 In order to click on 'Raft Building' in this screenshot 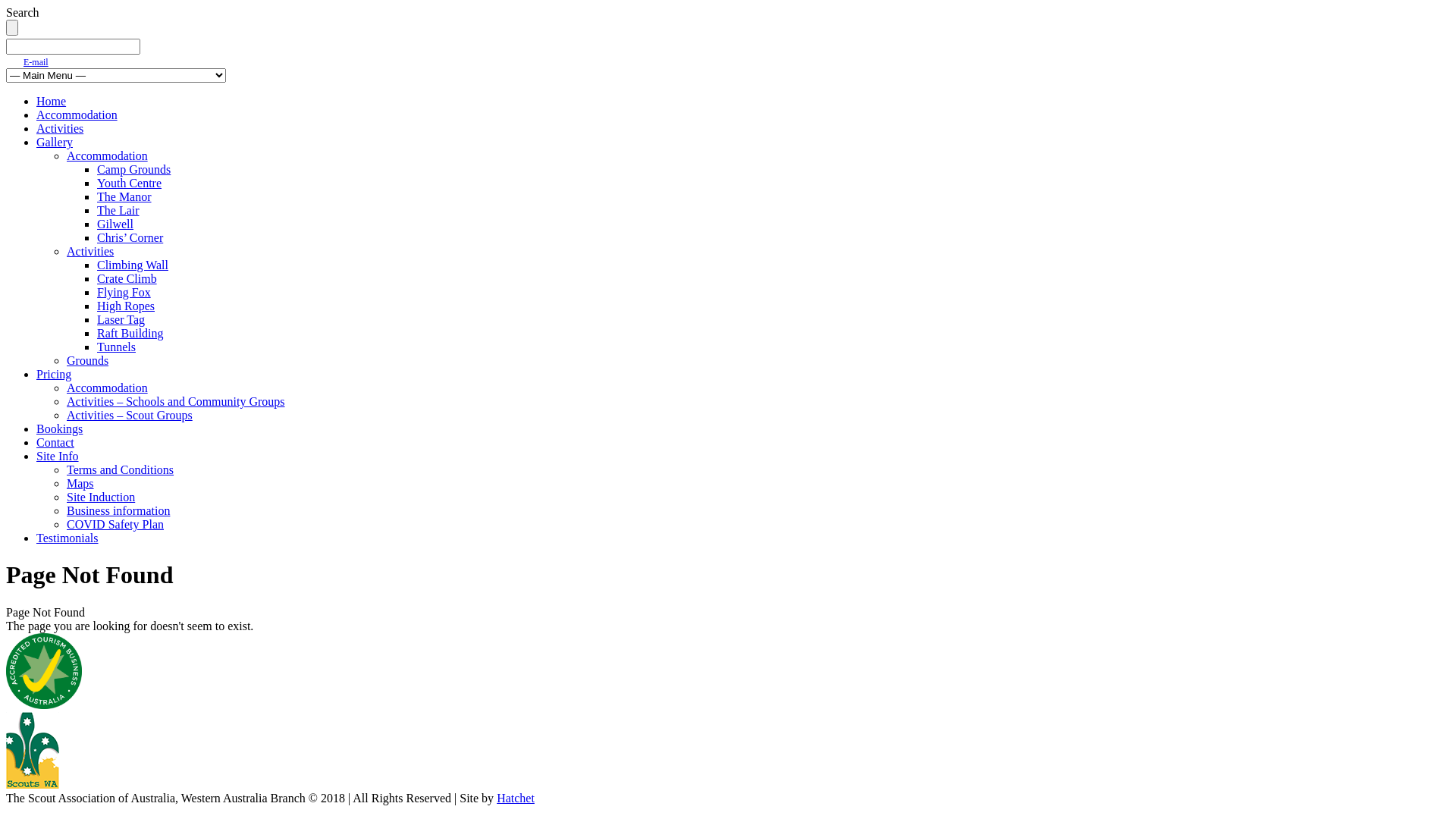, I will do `click(130, 332)`.